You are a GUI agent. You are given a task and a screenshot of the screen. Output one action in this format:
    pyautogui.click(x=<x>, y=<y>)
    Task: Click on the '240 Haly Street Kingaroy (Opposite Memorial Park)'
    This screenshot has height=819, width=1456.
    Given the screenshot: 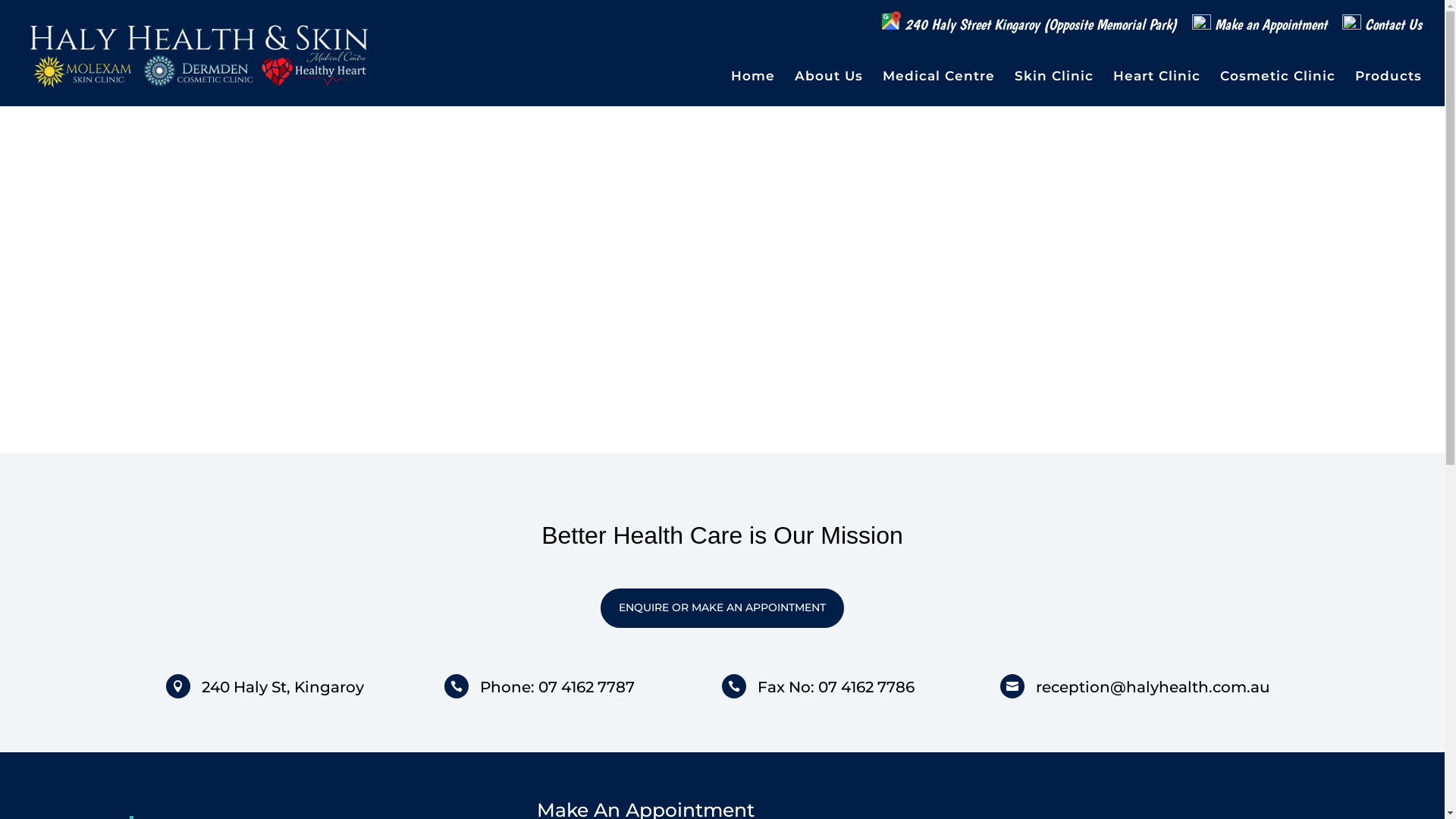 What is the action you would take?
    pyautogui.click(x=1029, y=27)
    